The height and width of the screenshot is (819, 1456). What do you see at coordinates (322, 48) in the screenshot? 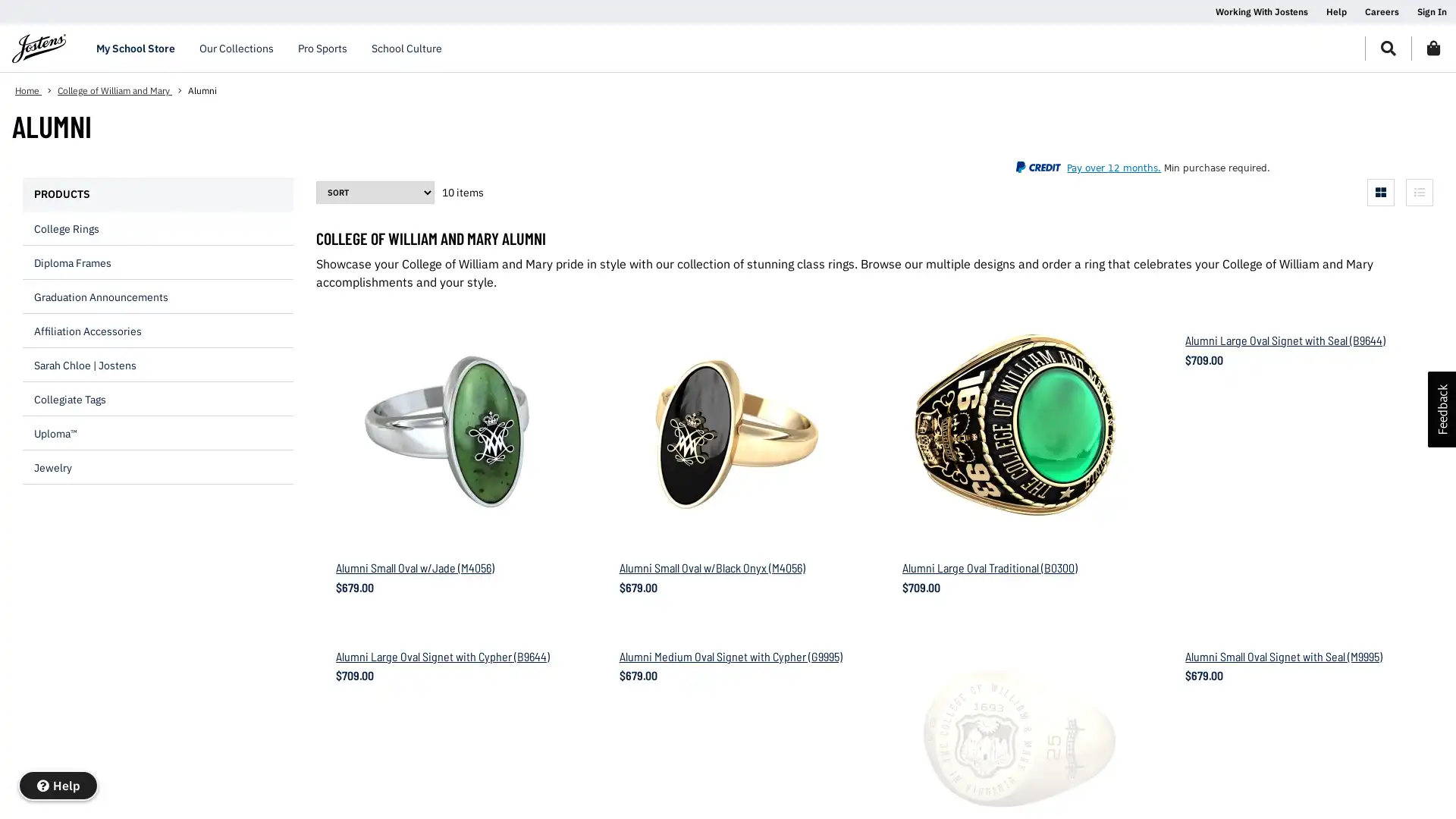
I see `Pro Sports` at bounding box center [322, 48].